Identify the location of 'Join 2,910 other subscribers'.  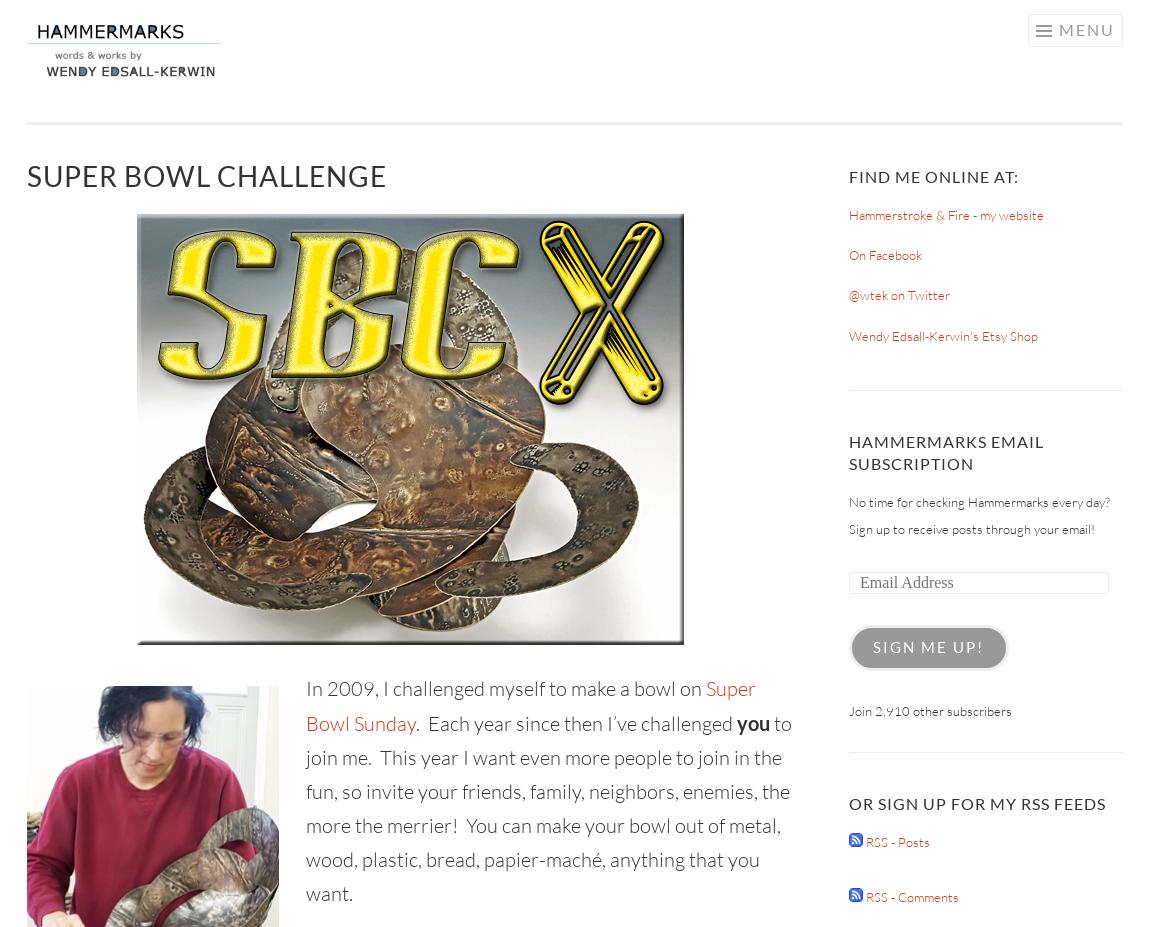
(930, 710).